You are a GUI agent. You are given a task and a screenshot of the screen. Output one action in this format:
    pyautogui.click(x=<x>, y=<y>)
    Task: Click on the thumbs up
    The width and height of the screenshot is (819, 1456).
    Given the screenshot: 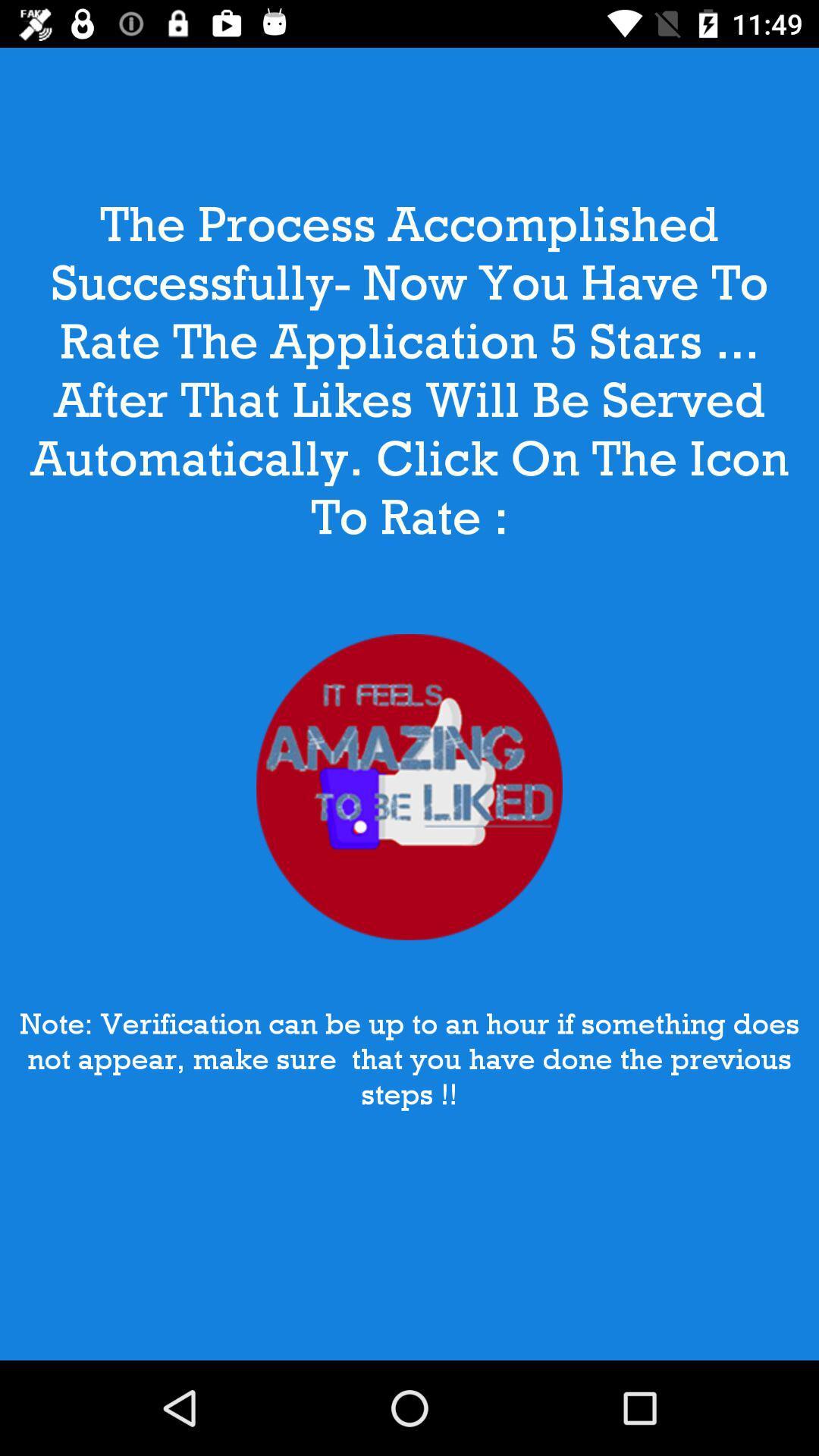 What is the action you would take?
    pyautogui.click(x=409, y=787)
    